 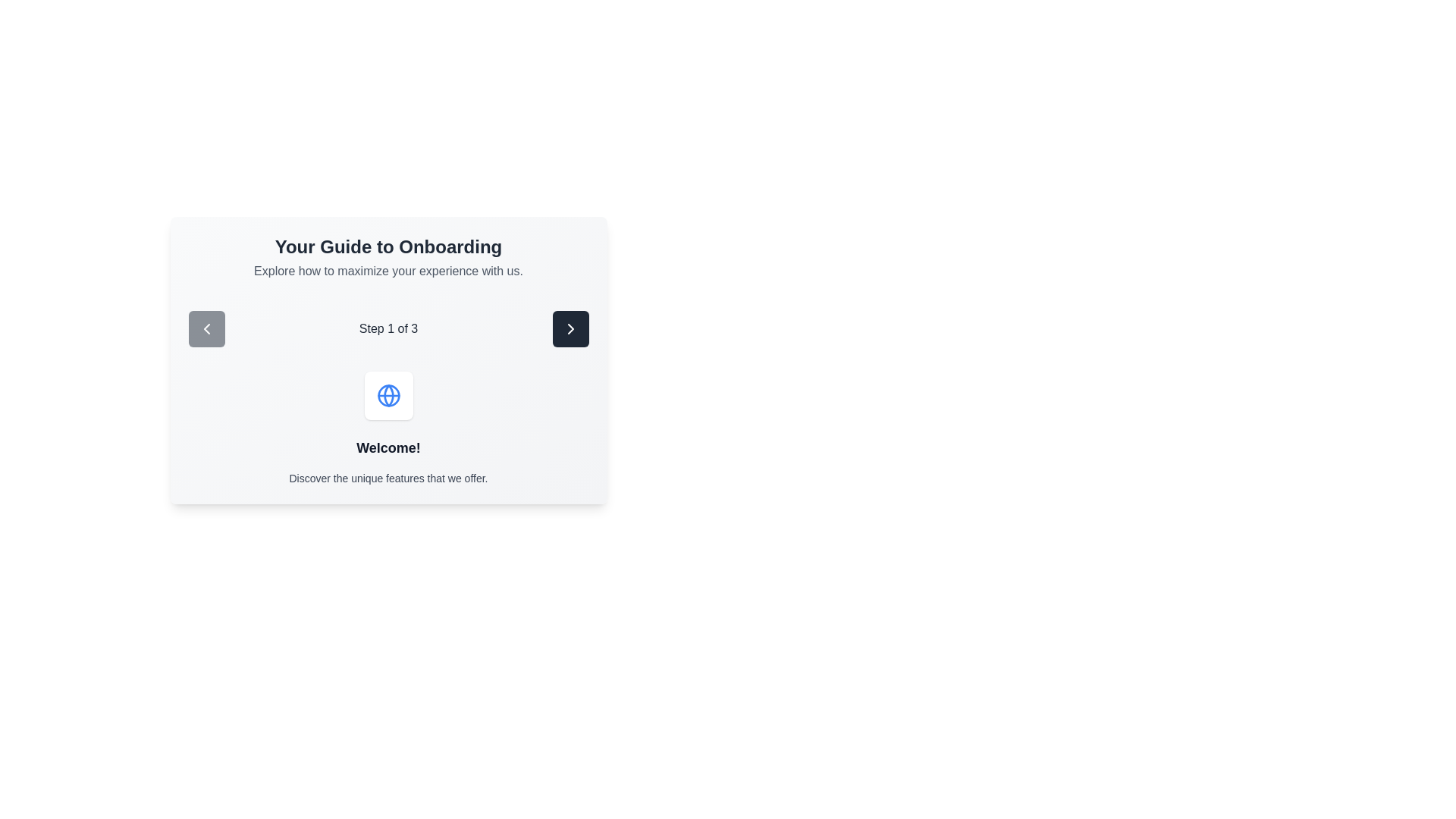 I want to click on the header text block of the onboarding guide, which provides introductory information above the 'Step 1 of 3' section, so click(x=388, y=256).